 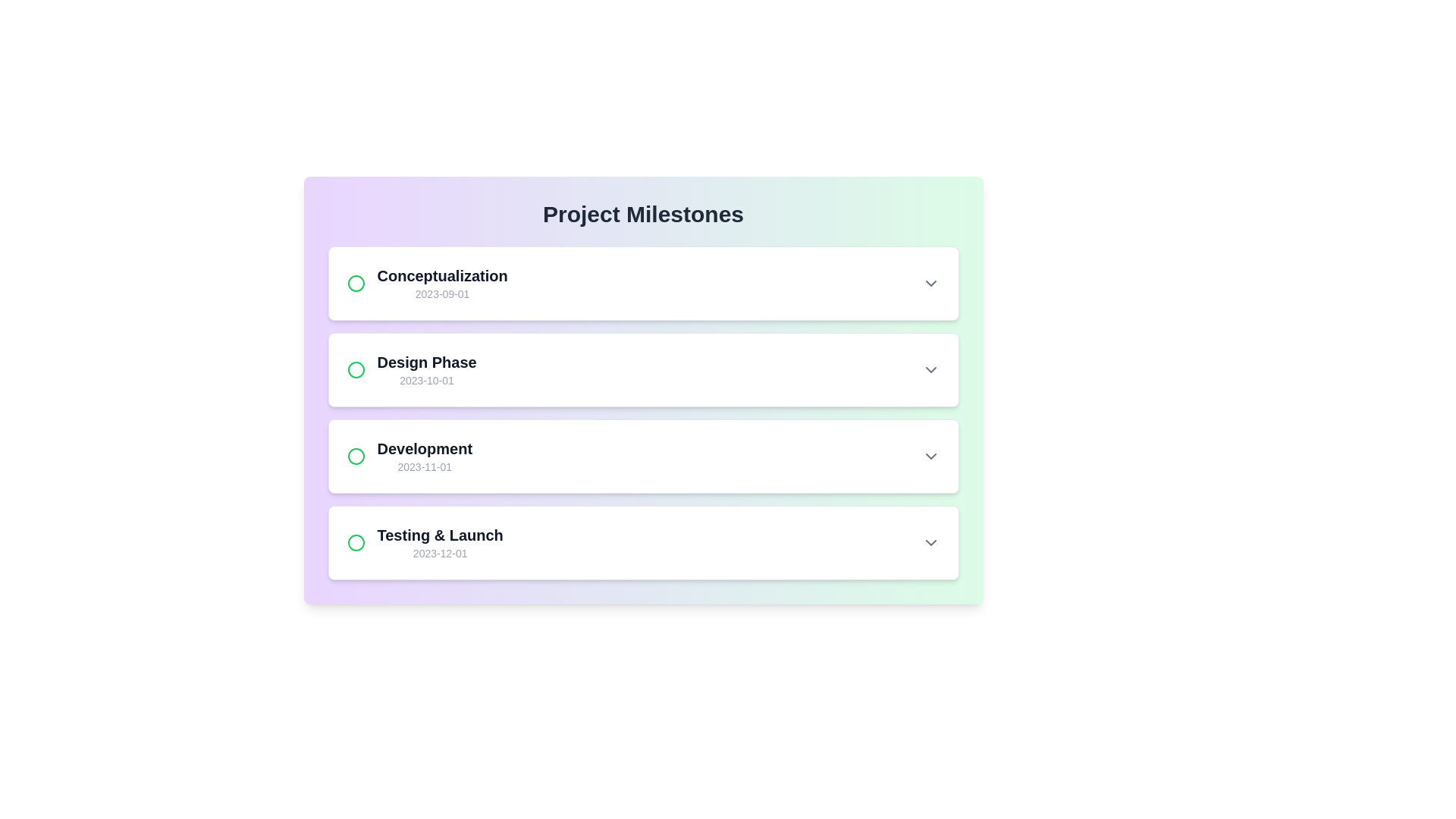 What do you see at coordinates (426, 379) in the screenshot?
I see `the non-interactive text label displaying the date associated with the 'Design Phase' milestone, located below the 'Design Phase' text in a vertical list` at bounding box center [426, 379].